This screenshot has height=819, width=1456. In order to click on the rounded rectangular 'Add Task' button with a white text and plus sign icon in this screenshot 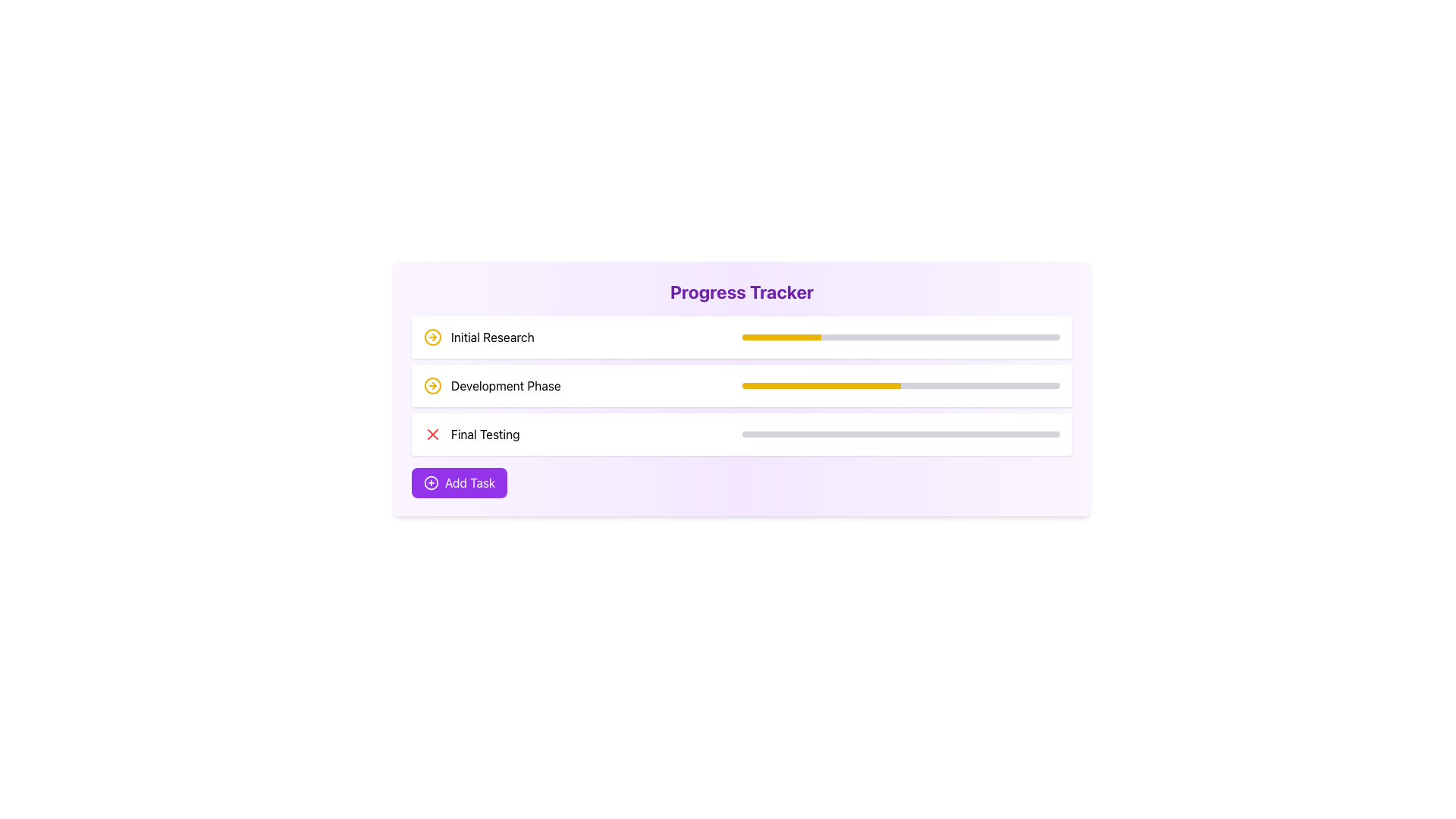, I will do `click(459, 482)`.